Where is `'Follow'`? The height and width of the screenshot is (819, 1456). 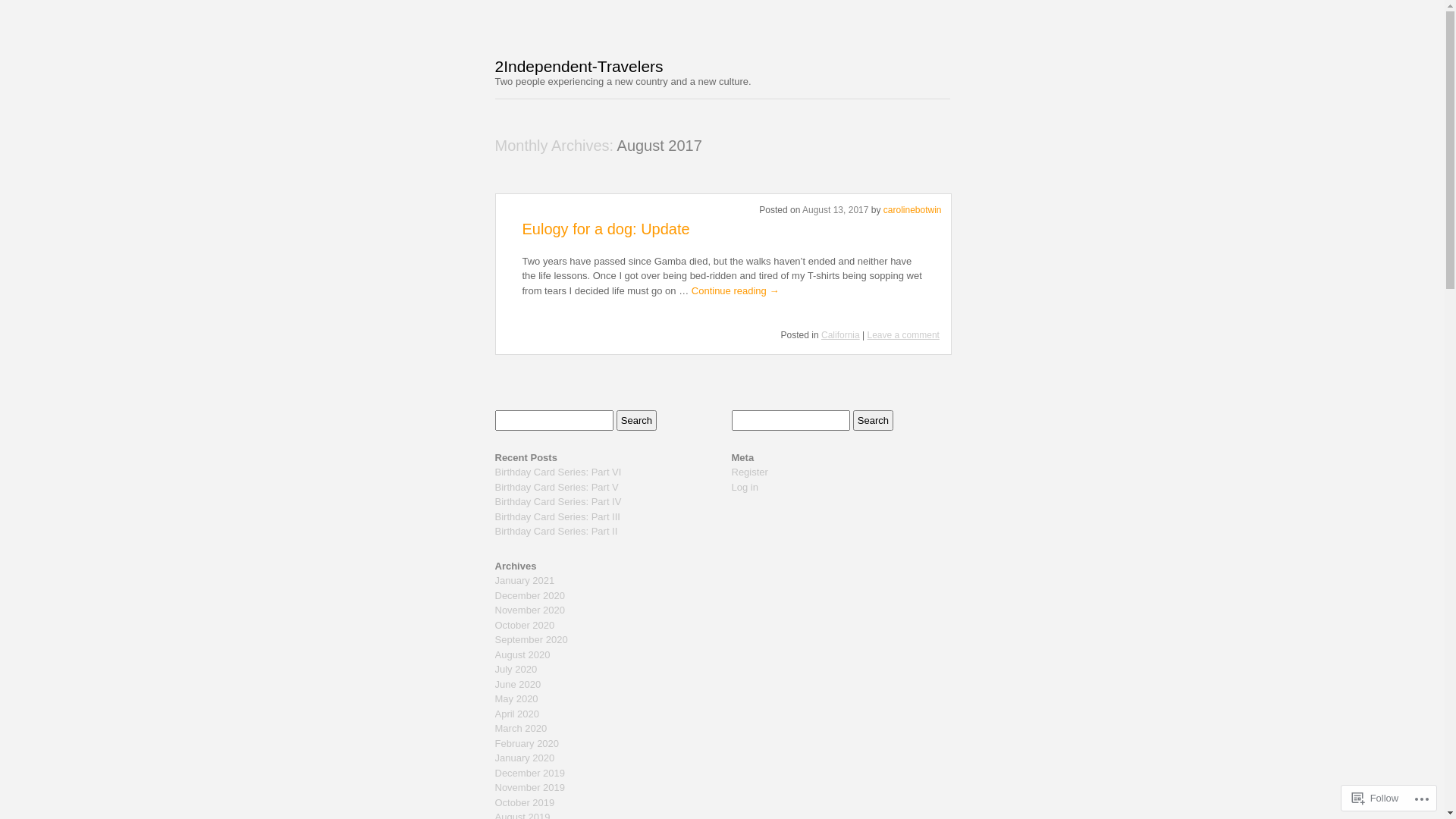 'Follow' is located at coordinates (1376, 797).